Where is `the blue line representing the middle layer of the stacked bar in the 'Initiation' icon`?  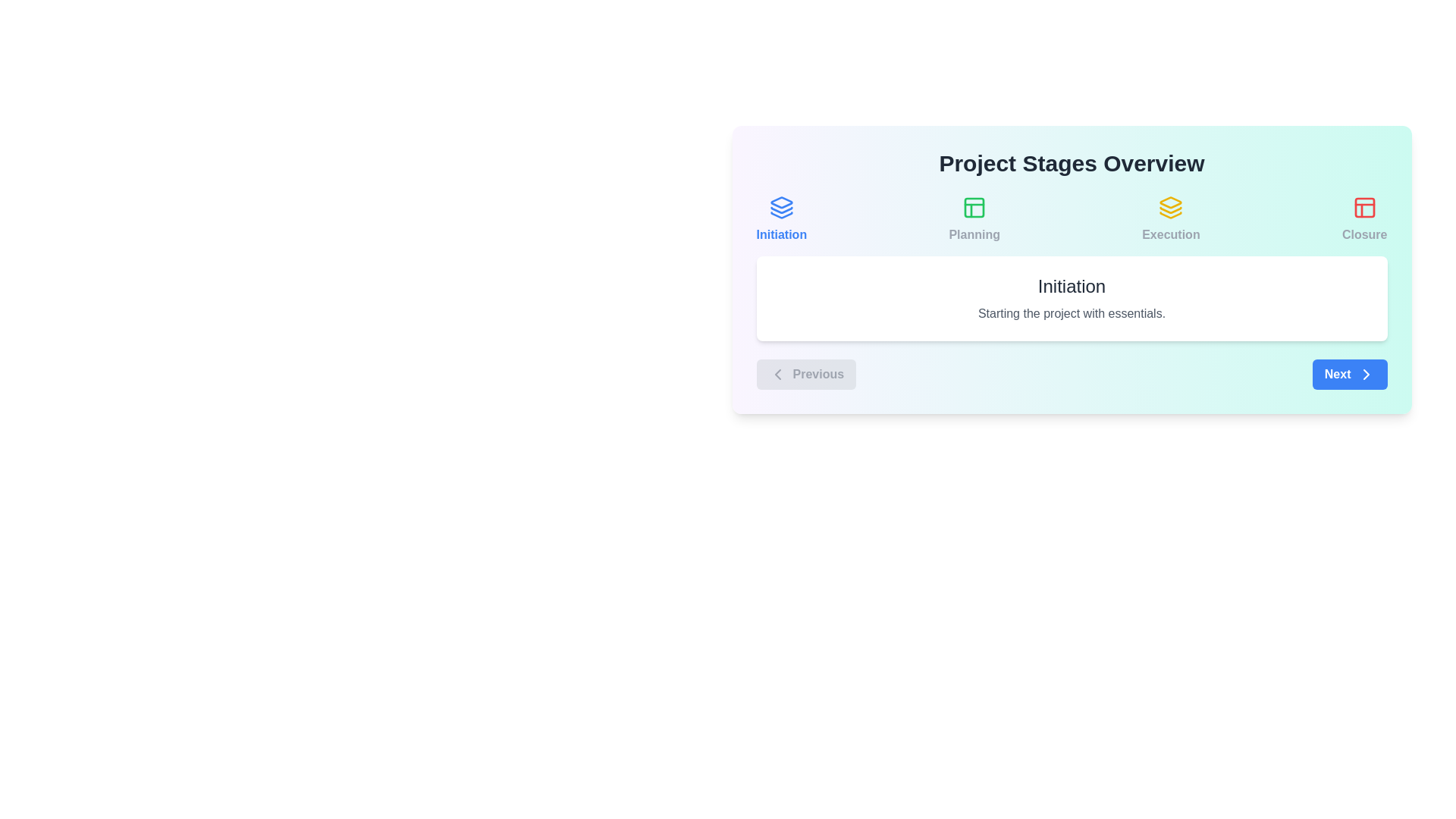 the blue line representing the middle layer of the stacked bar in the 'Initiation' icon is located at coordinates (781, 210).